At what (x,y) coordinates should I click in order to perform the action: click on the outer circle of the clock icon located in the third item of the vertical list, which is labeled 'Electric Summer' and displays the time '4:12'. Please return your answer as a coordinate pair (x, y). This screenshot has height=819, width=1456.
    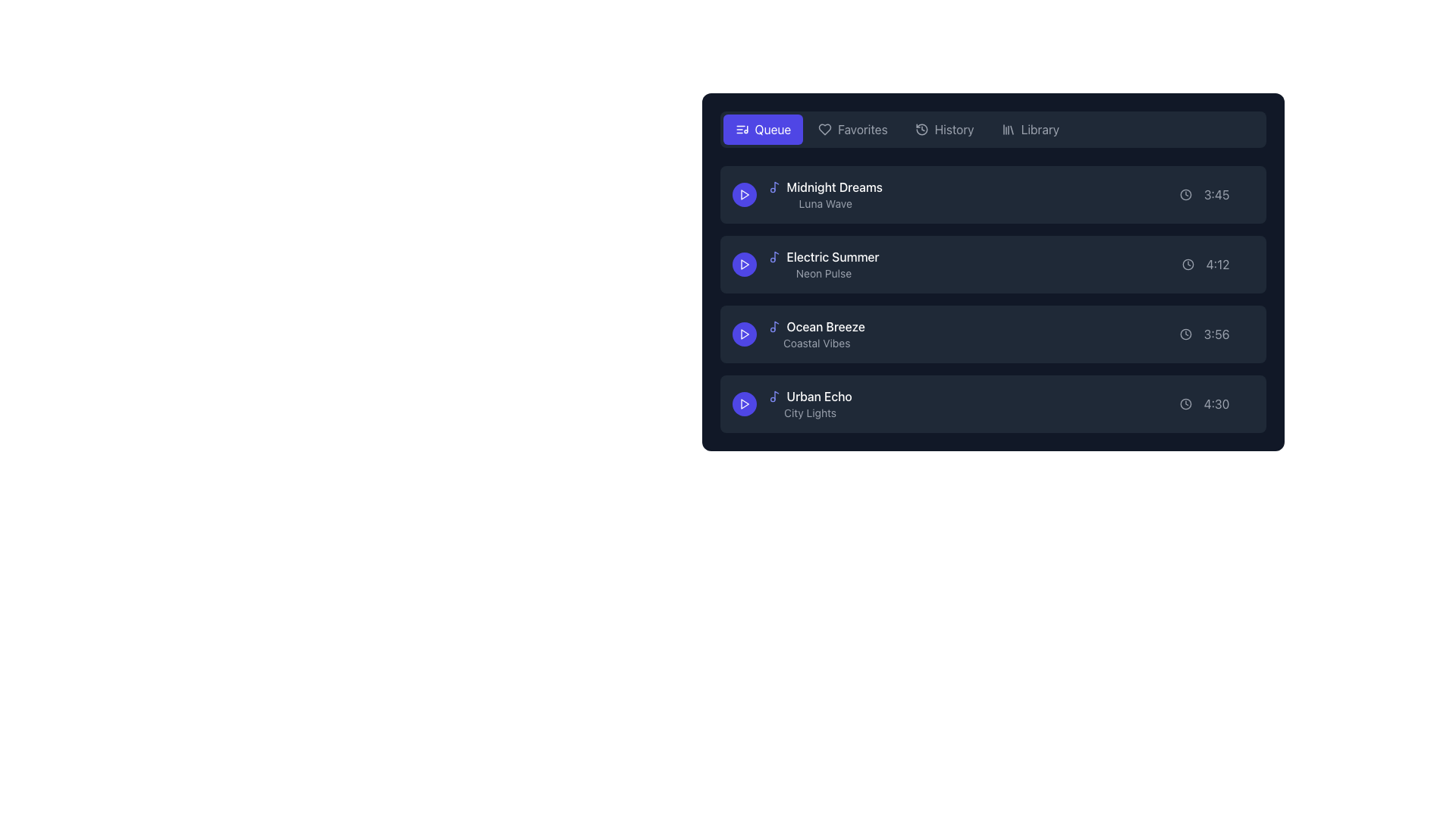
    Looking at the image, I should click on (1187, 263).